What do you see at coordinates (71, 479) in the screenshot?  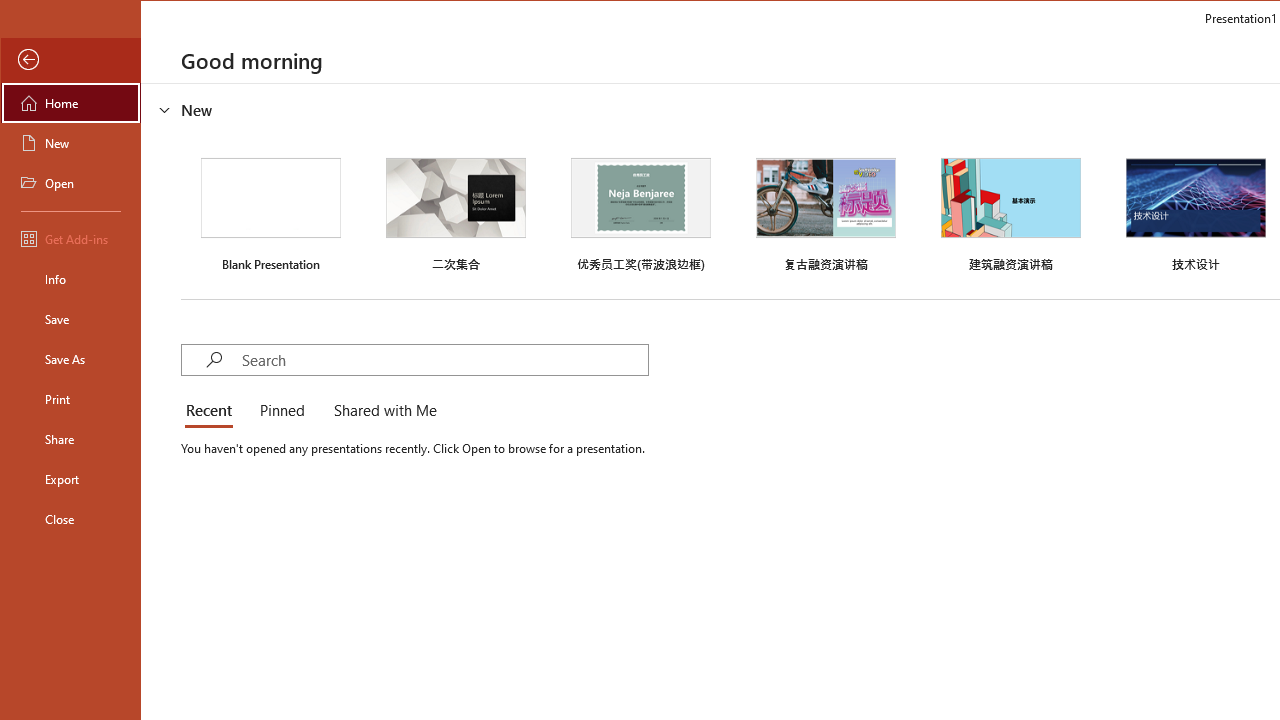 I see `'Export'` at bounding box center [71, 479].